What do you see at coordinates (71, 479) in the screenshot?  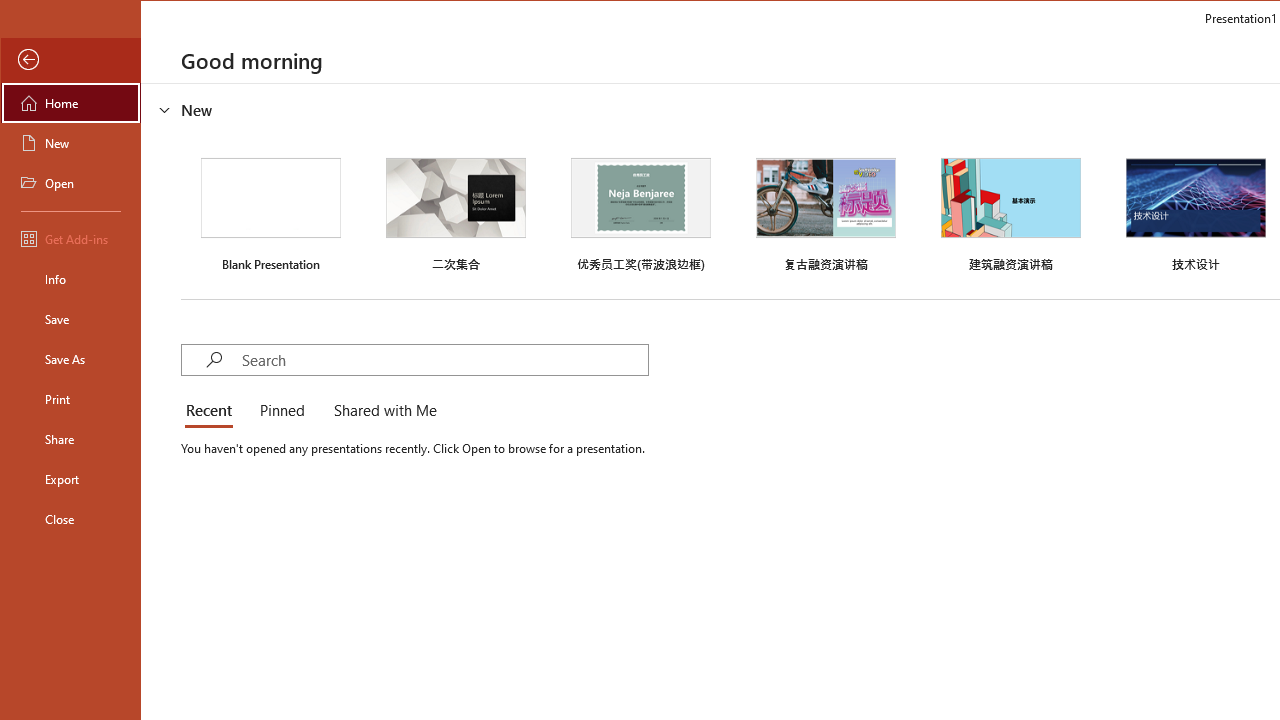 I see `'Export'` at bounding box center [71, 479].